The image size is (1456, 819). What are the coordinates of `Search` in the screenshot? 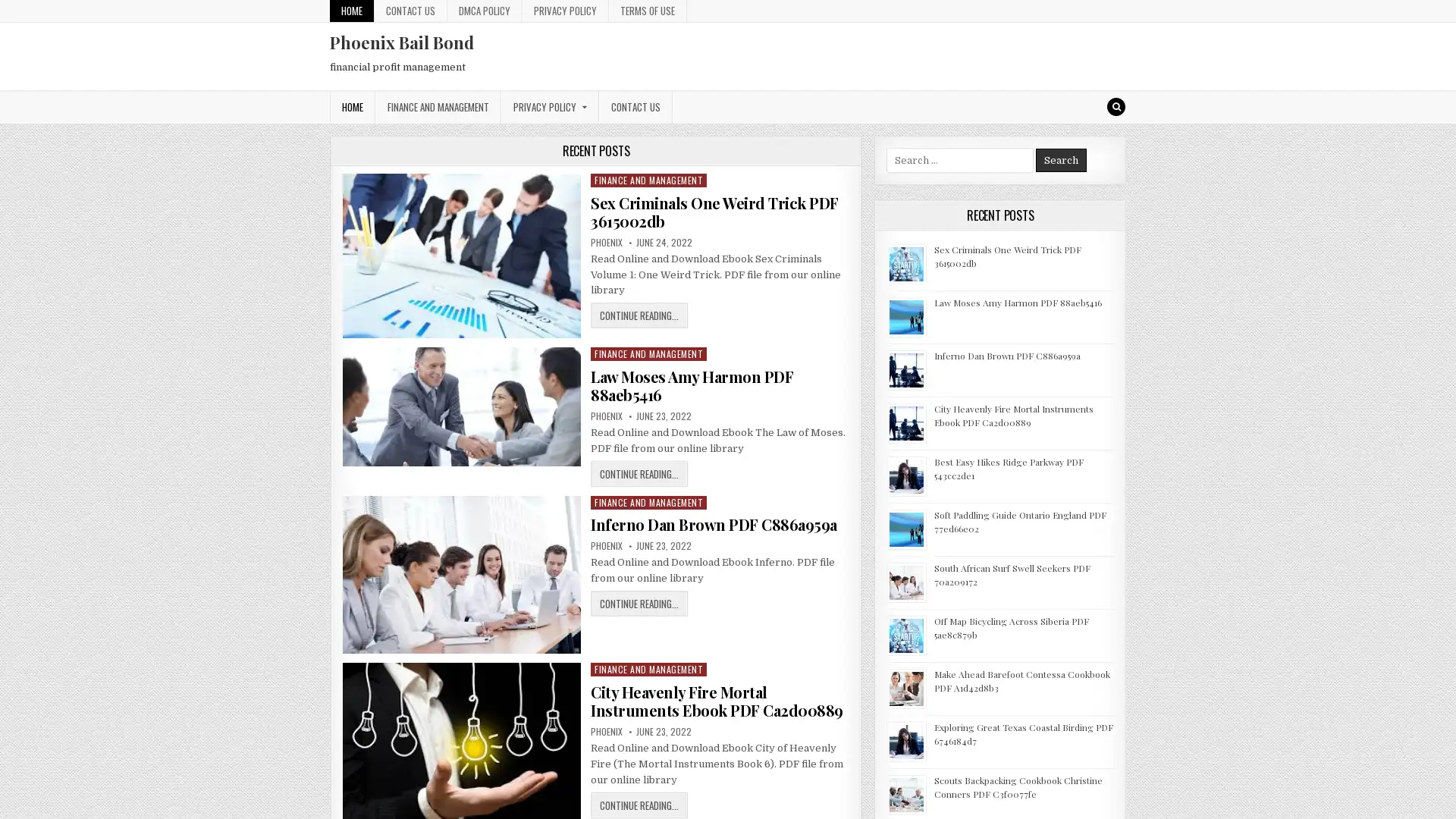 It's located at (1060, 160).